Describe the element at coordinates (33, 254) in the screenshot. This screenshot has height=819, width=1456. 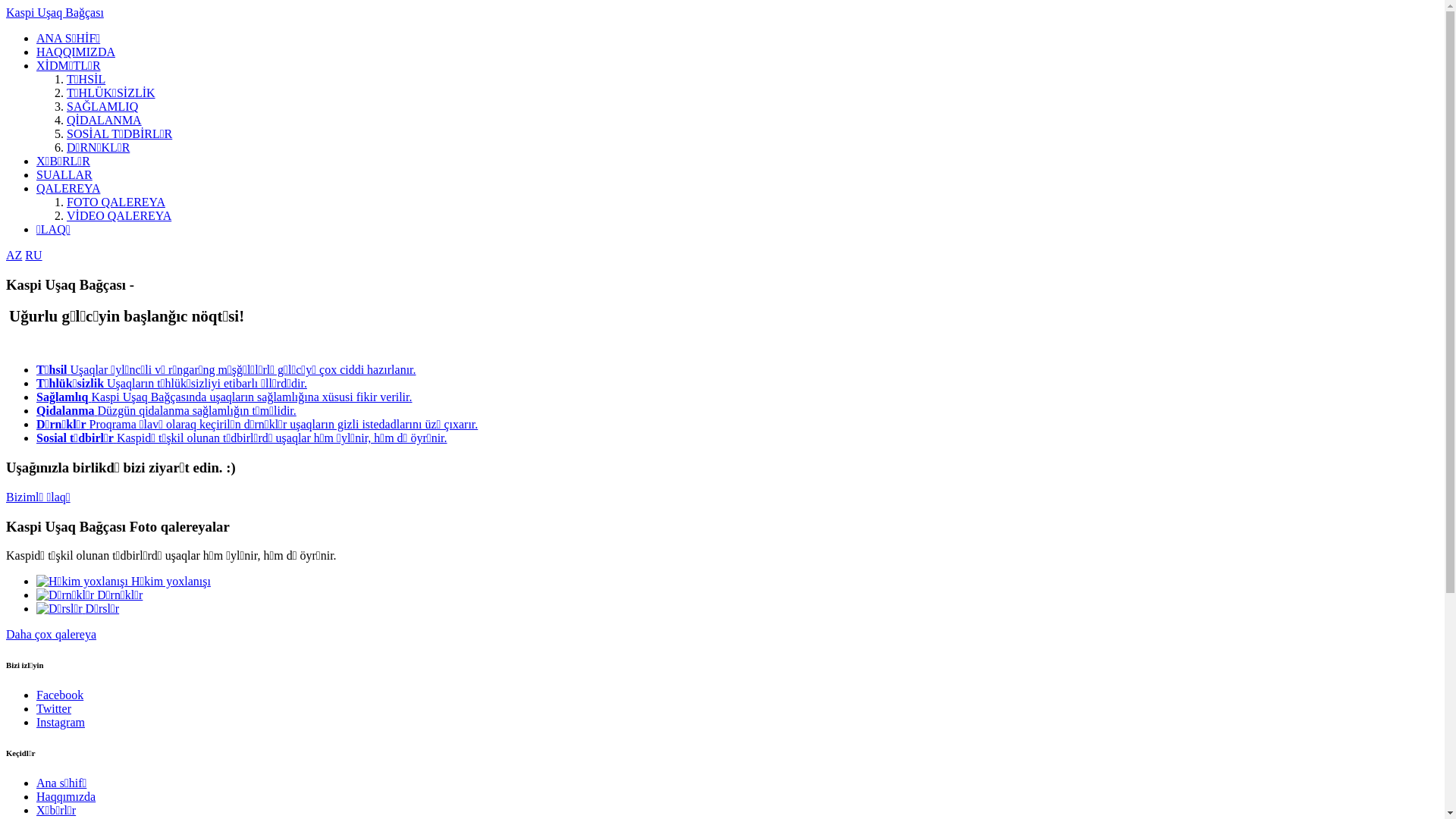
I see `'RU'` at that location.